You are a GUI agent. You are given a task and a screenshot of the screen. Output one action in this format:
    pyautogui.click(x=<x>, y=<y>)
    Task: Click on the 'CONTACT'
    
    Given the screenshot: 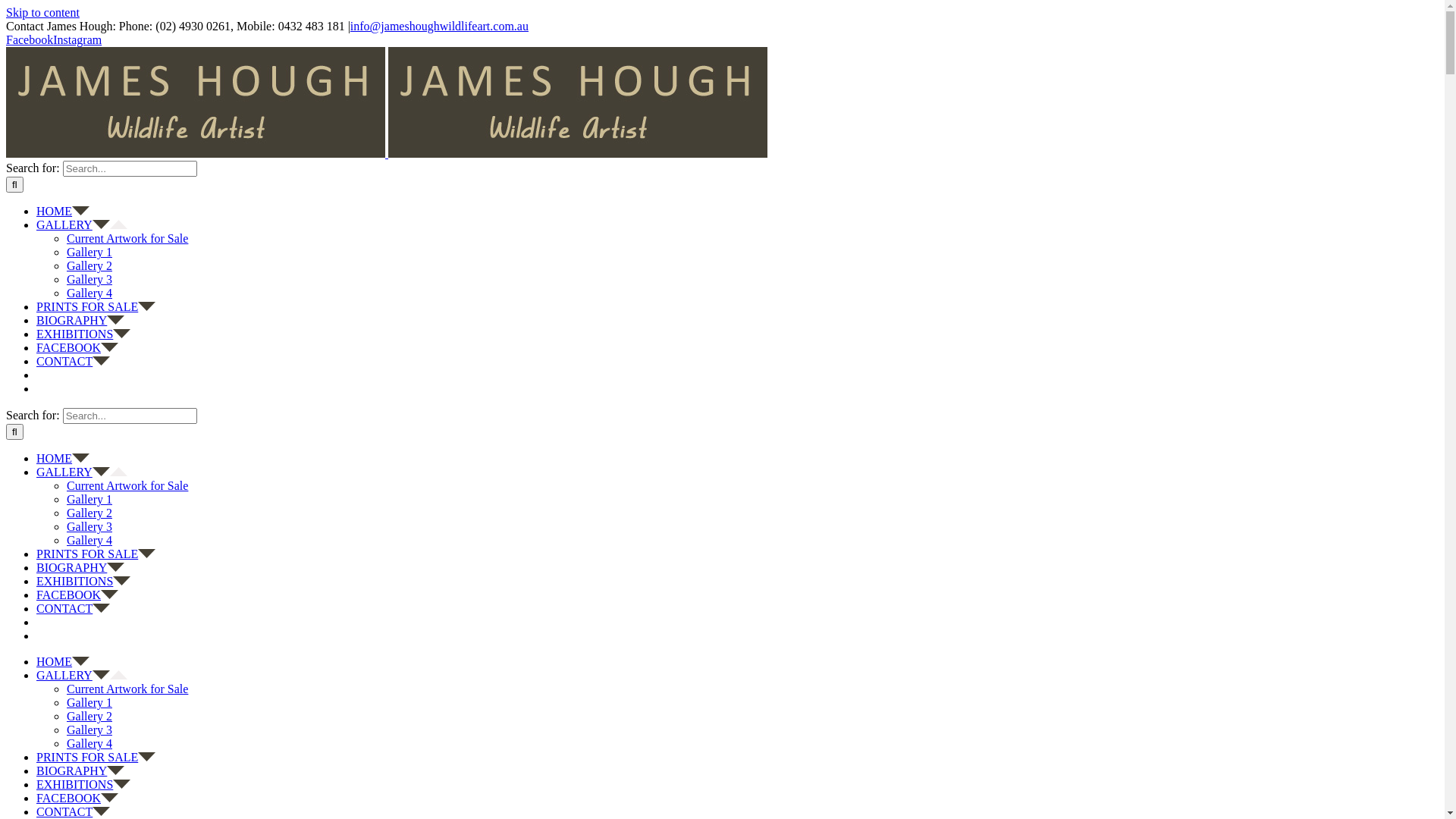 What is the action you would take?
    pyautogui.click(x=36, y=811)
    